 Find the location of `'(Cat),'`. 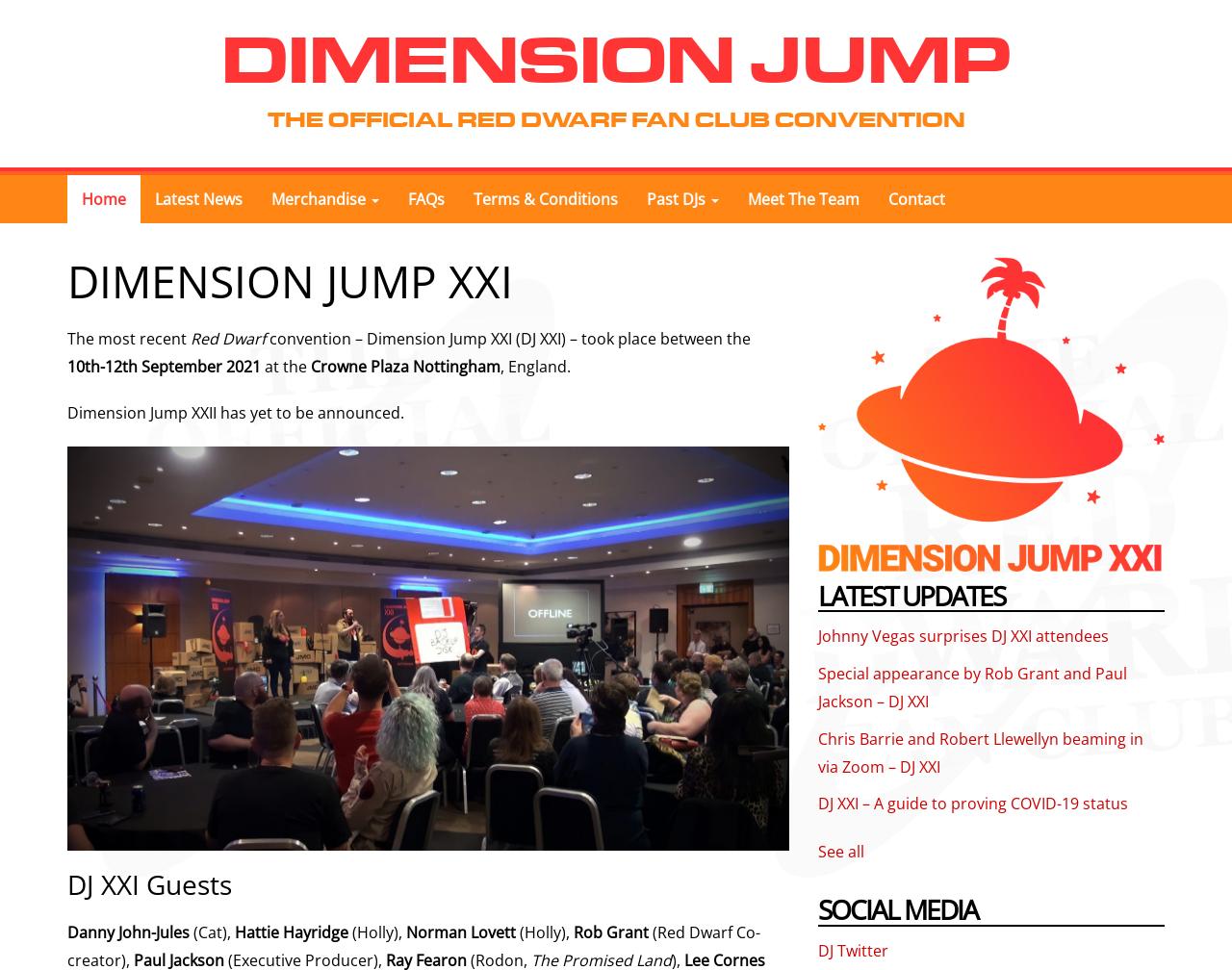

'(Cat),' is located at coordinates (212, 931).